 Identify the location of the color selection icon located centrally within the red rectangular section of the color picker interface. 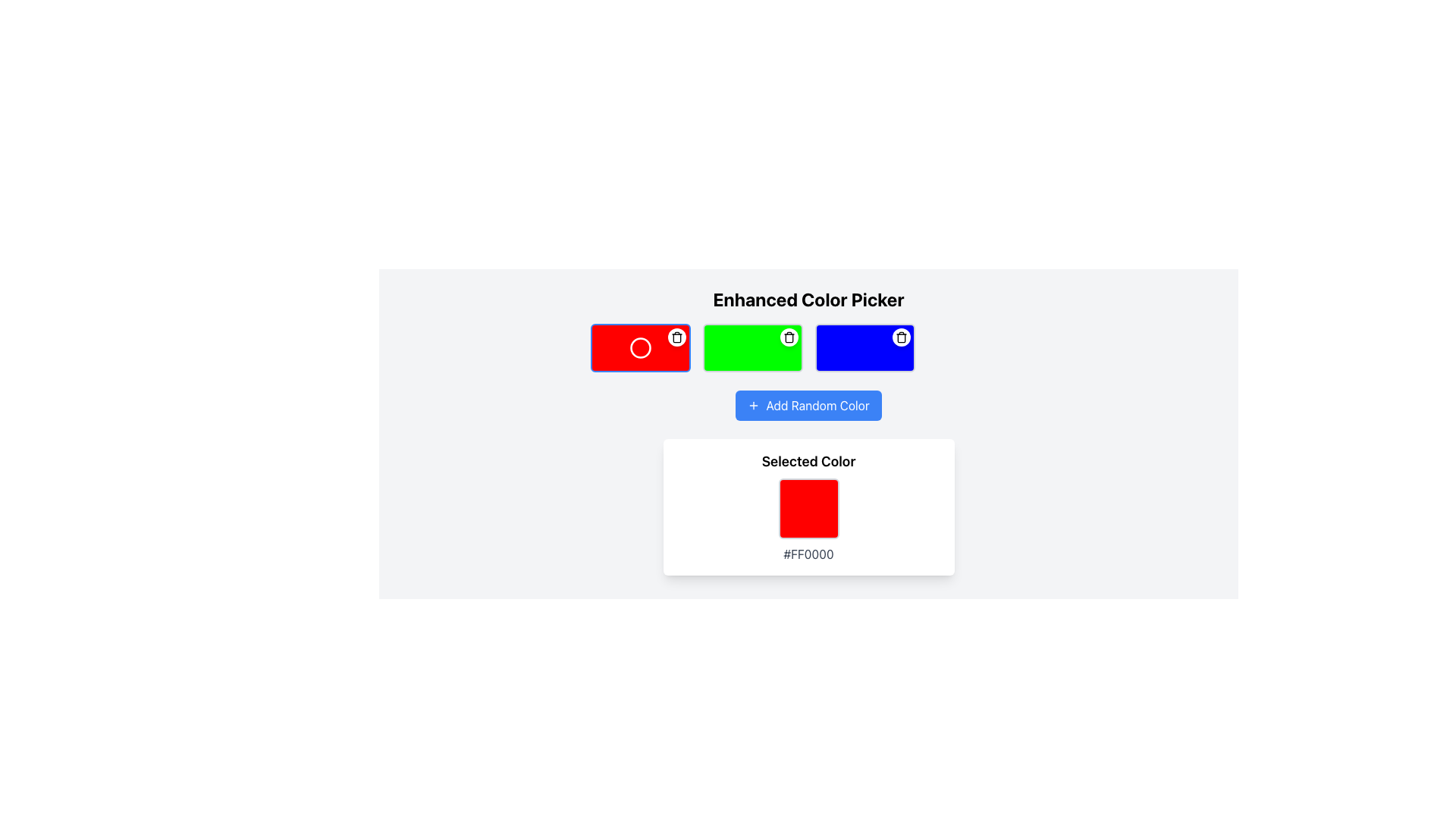
(640, 348).